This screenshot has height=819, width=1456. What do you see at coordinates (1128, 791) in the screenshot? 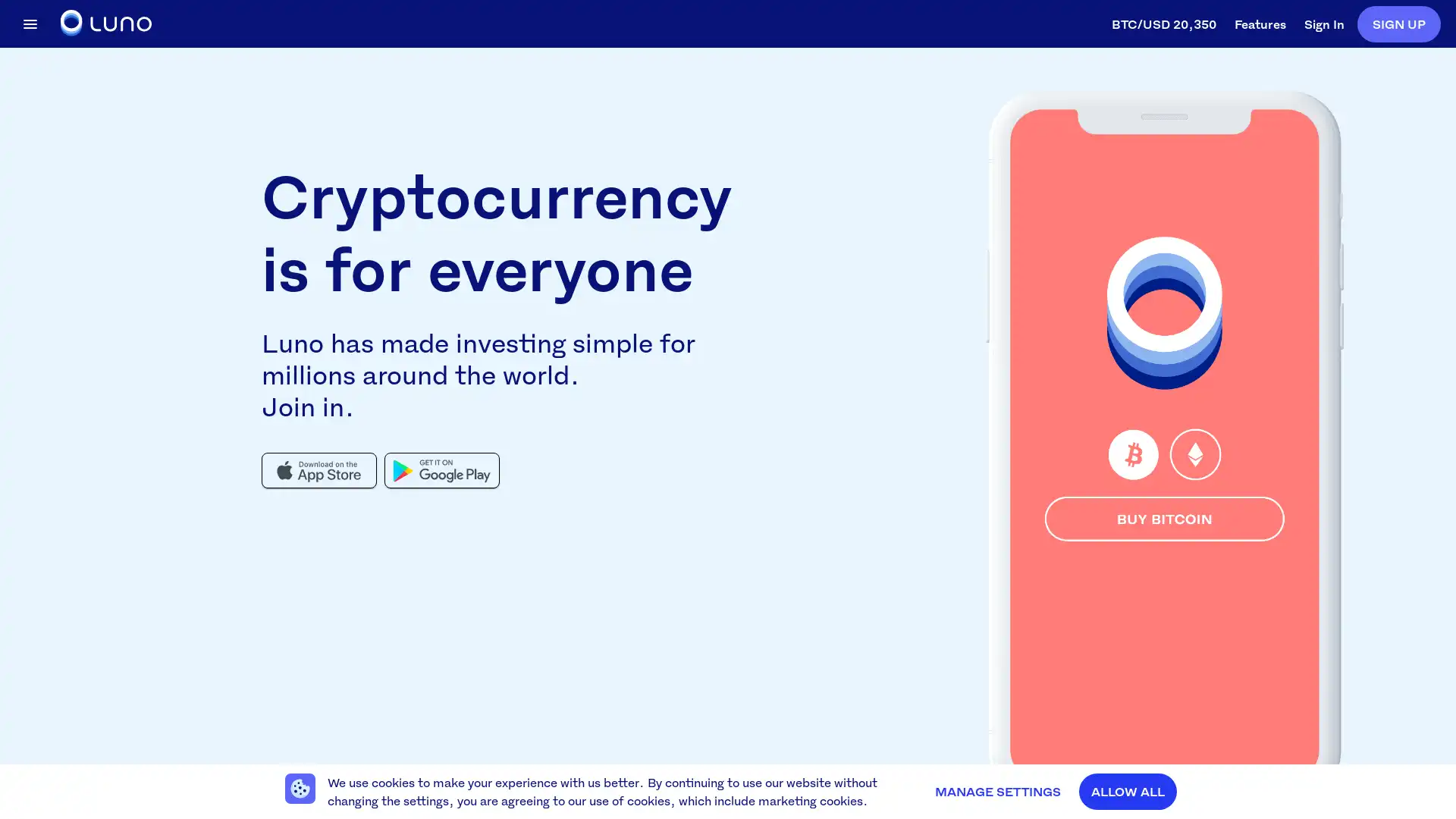
I see `ALLOW ALL` at bounding box center [1128, 791].